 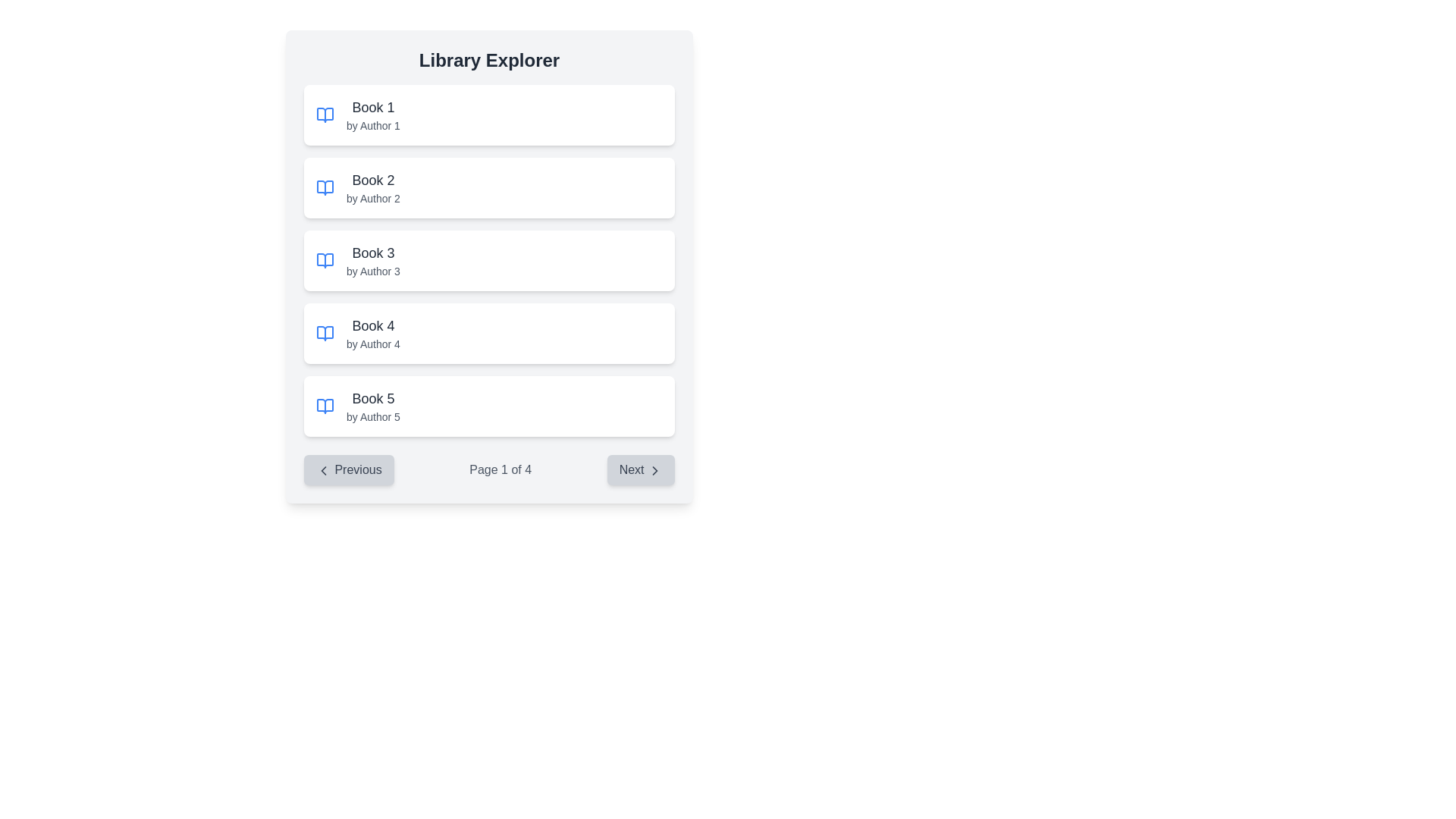 What do you see at coordinates (641, 469) in the screenshot?
I see `the 'Next' button located at the bottom-right corner of the pagination interface` at bounding box center [641, 469].